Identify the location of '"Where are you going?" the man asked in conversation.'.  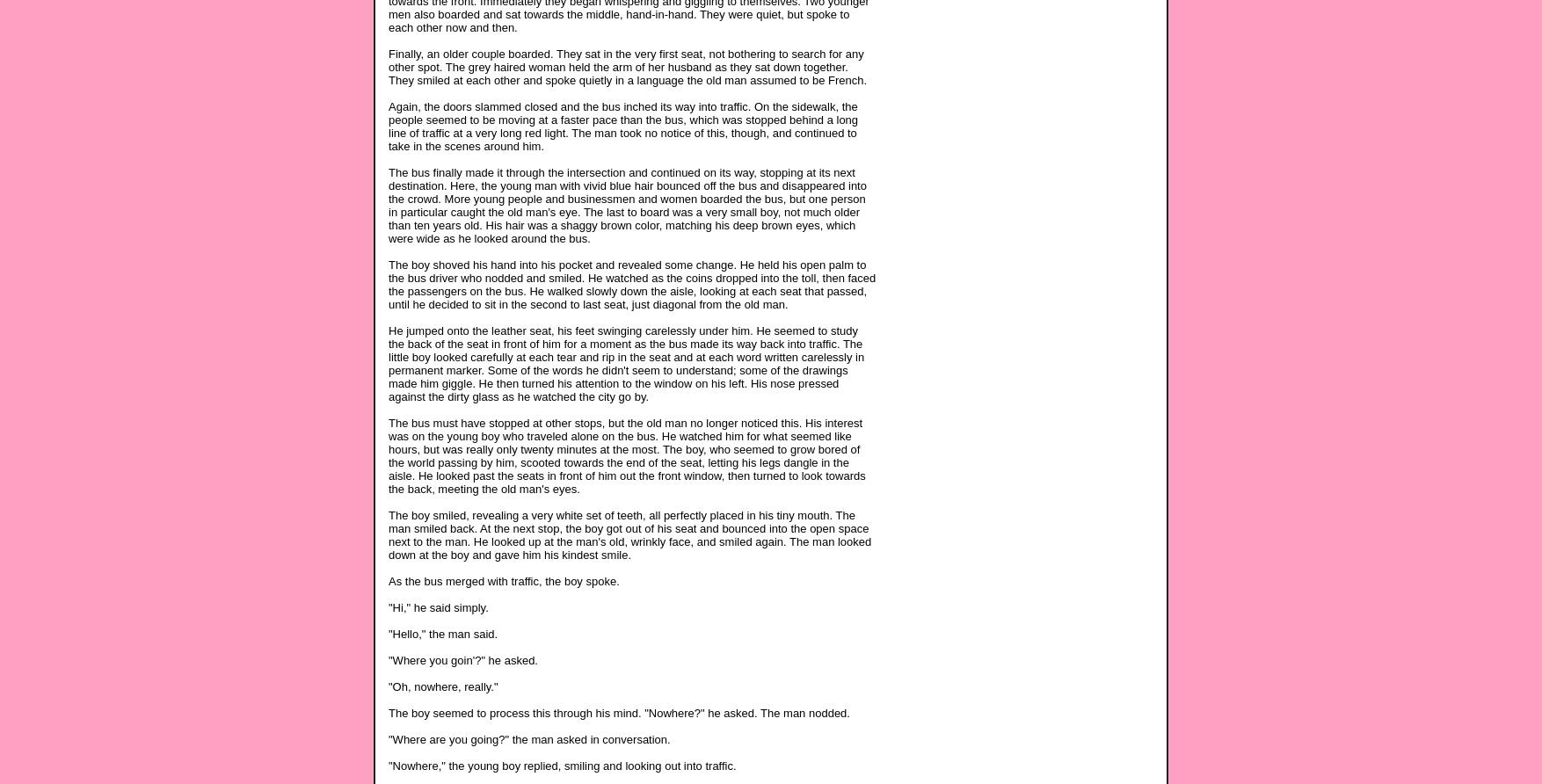
(528, 737).